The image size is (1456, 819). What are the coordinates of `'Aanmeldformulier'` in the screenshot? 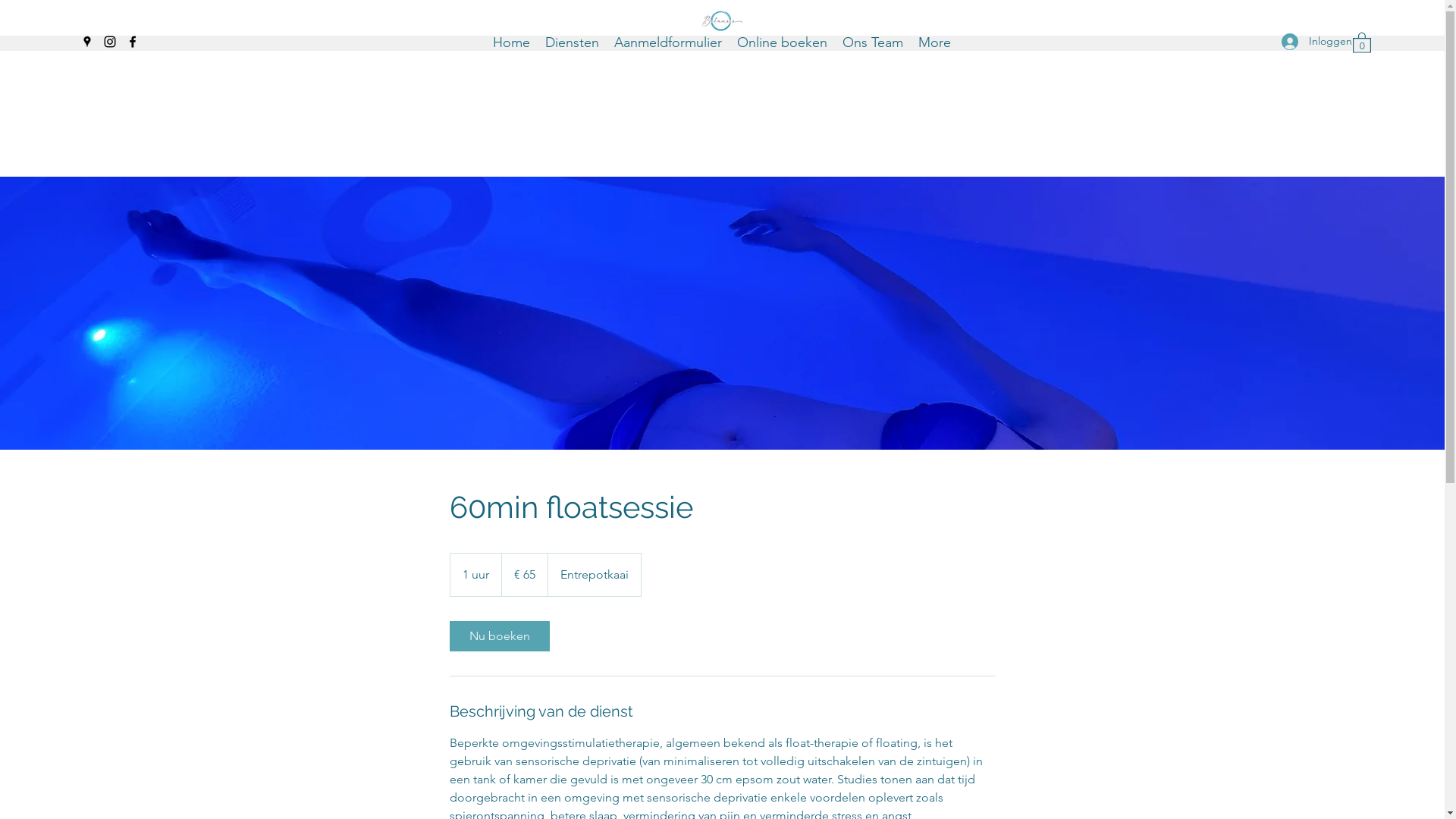 It's located at (667, 40).